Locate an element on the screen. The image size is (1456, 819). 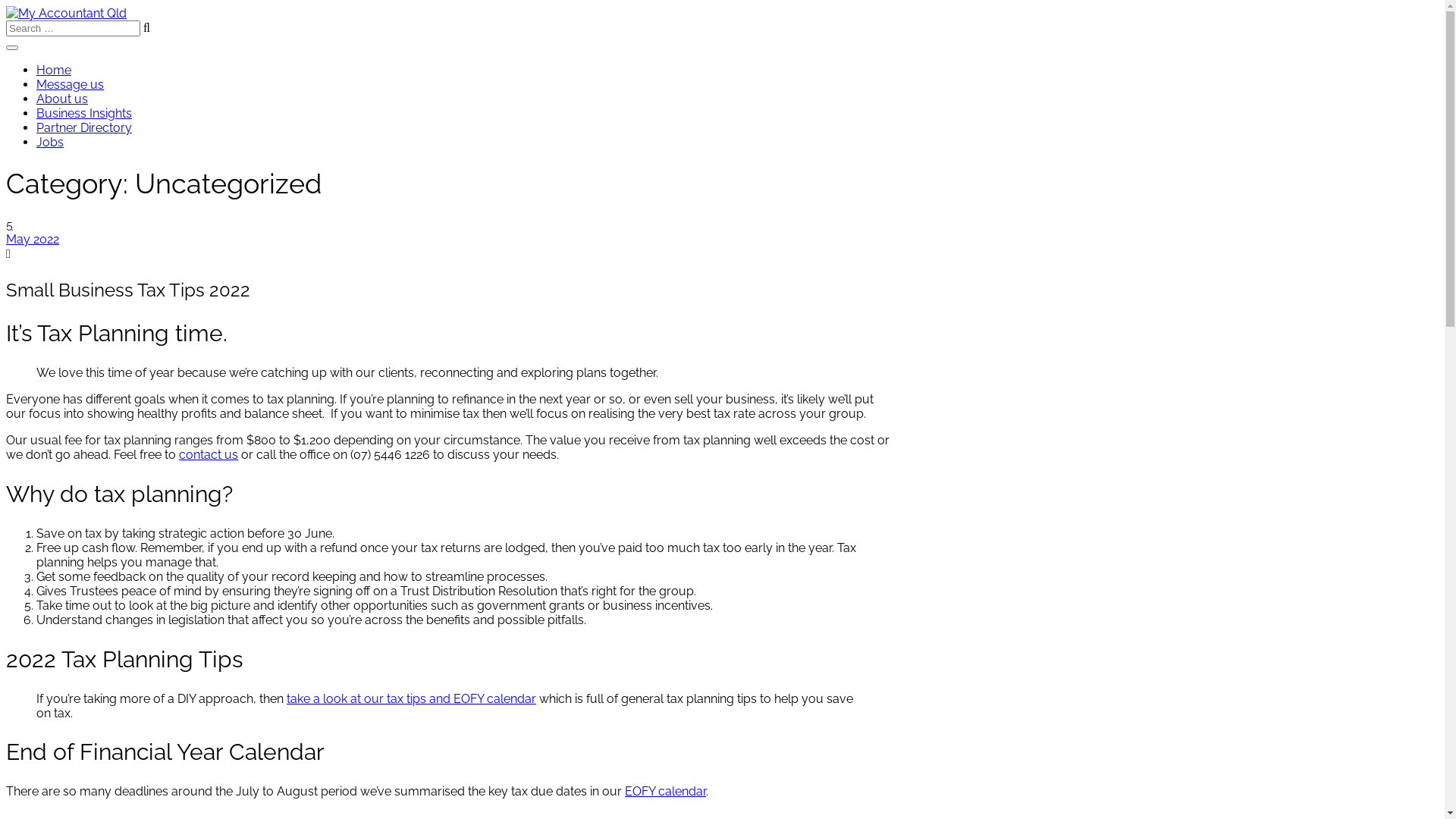
'My Accountant Qld' is located at coordinates (65, 13).